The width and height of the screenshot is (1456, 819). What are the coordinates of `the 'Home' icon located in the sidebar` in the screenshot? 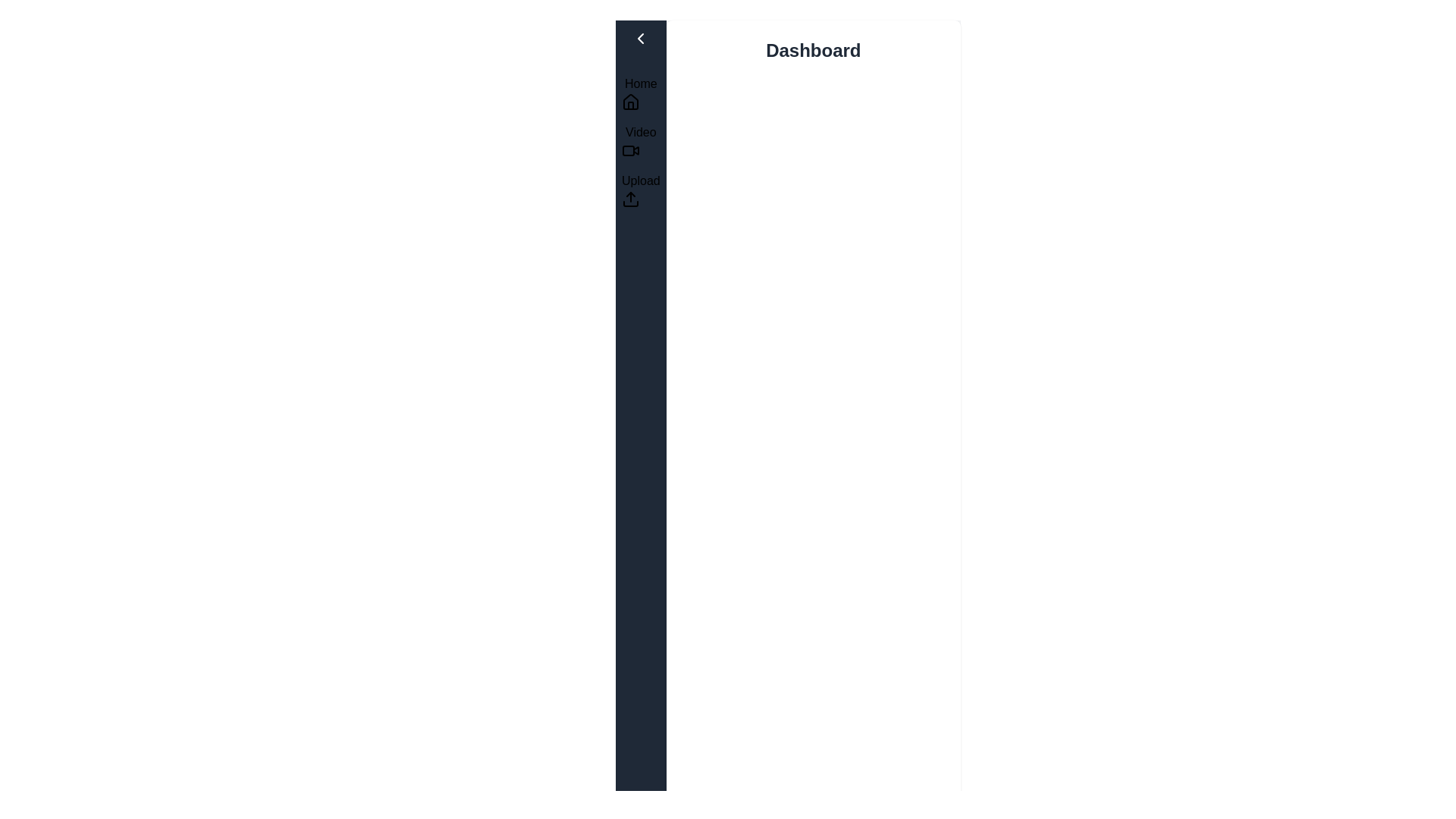 It's located at (630, 102).